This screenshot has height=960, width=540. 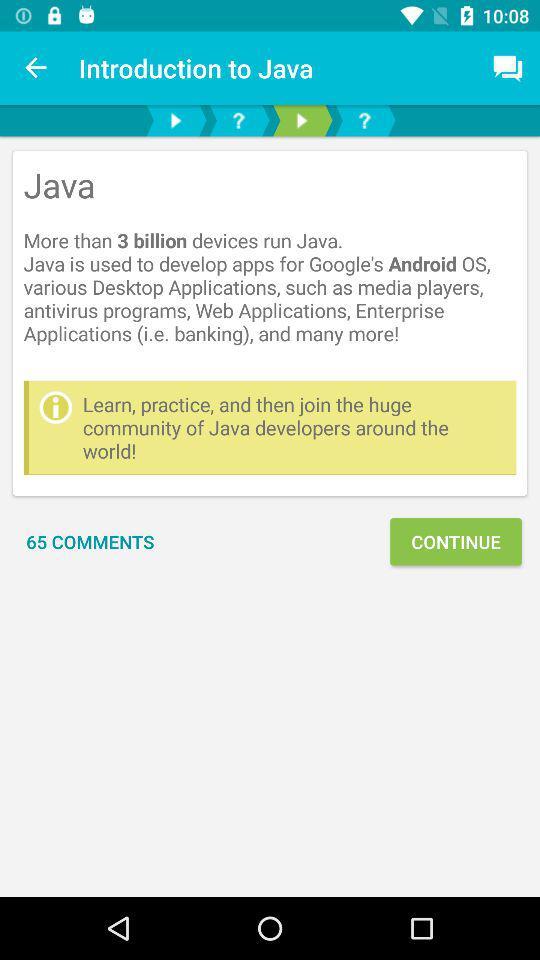 What do you see at coordinates (89, 541) in the screenshot?
I see `the icon next to continue item` at bounding box center [89, 541].